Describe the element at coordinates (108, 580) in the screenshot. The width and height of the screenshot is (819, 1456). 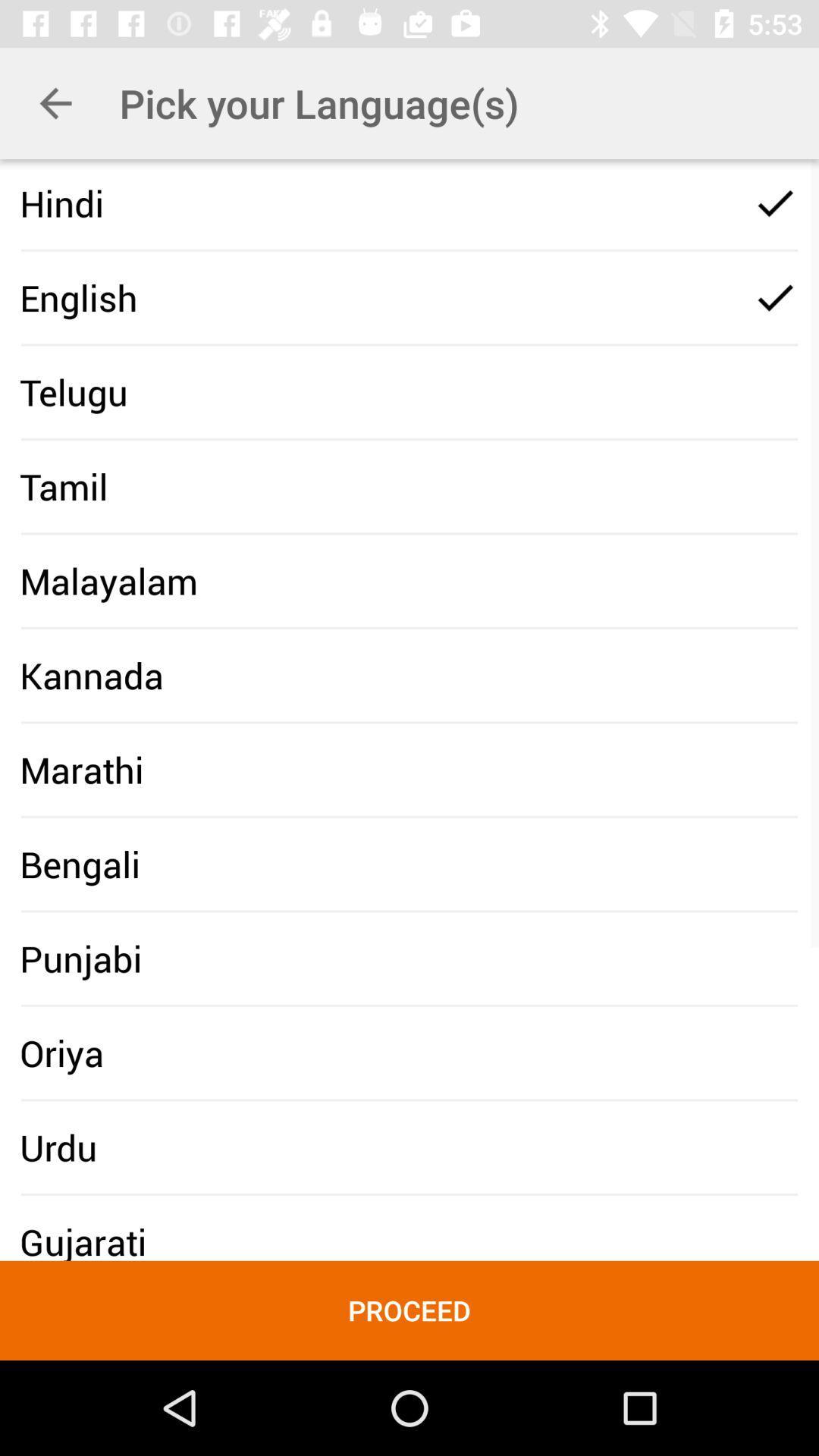
I see `item below the tamil item` at that location.